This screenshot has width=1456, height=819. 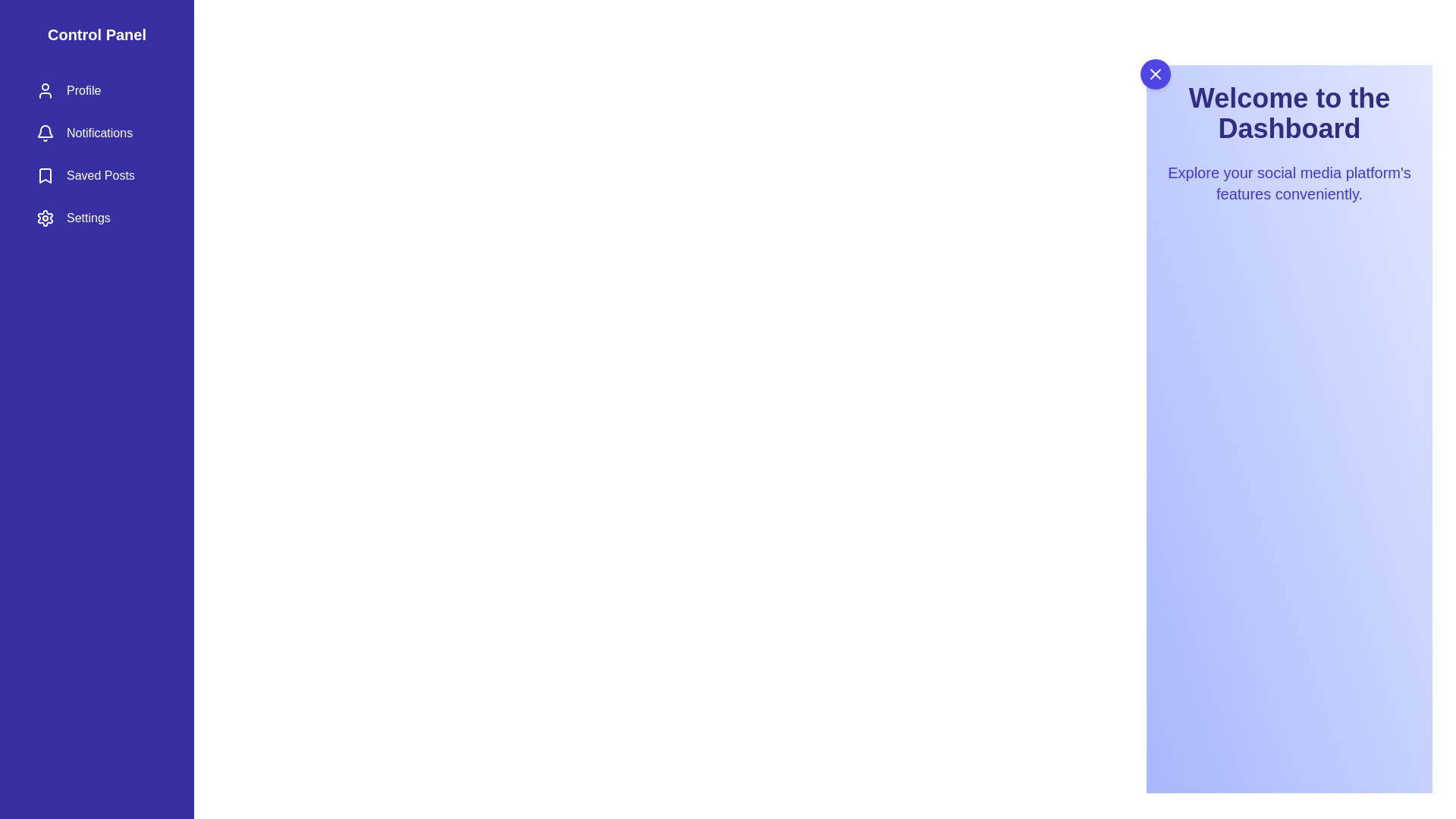 What do you see at coordinates (96, 174) in the screenshot?
I see `the side drawer item Saved Posts to observe visual feedback` at bounding box center [96, 174].